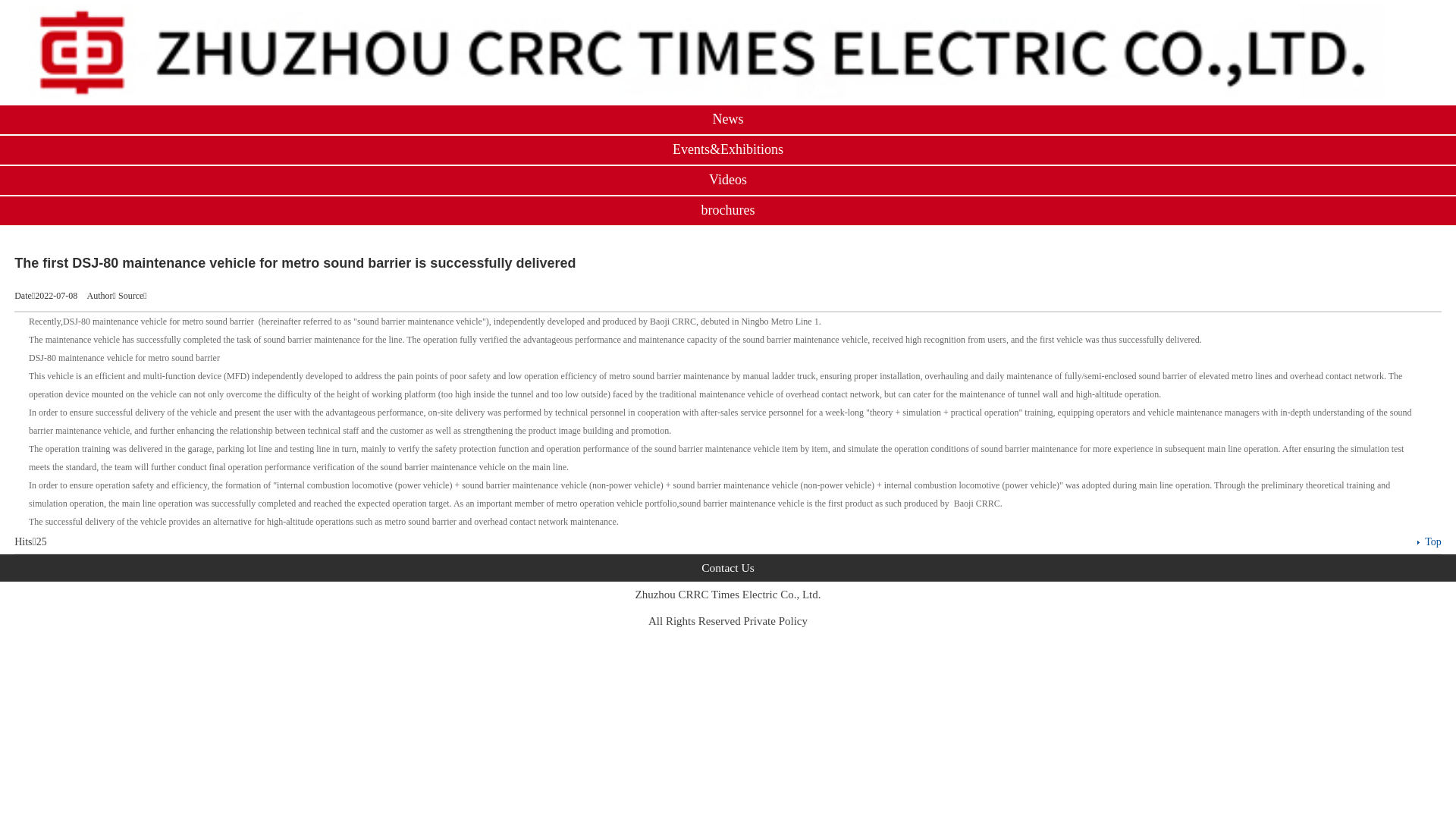 This screenshot has height=819, width=1456. What do you see at coordinates (728, 149) in the screenshot?
I see `'Events&Exhibitions'` at bounding box center [728, 149].